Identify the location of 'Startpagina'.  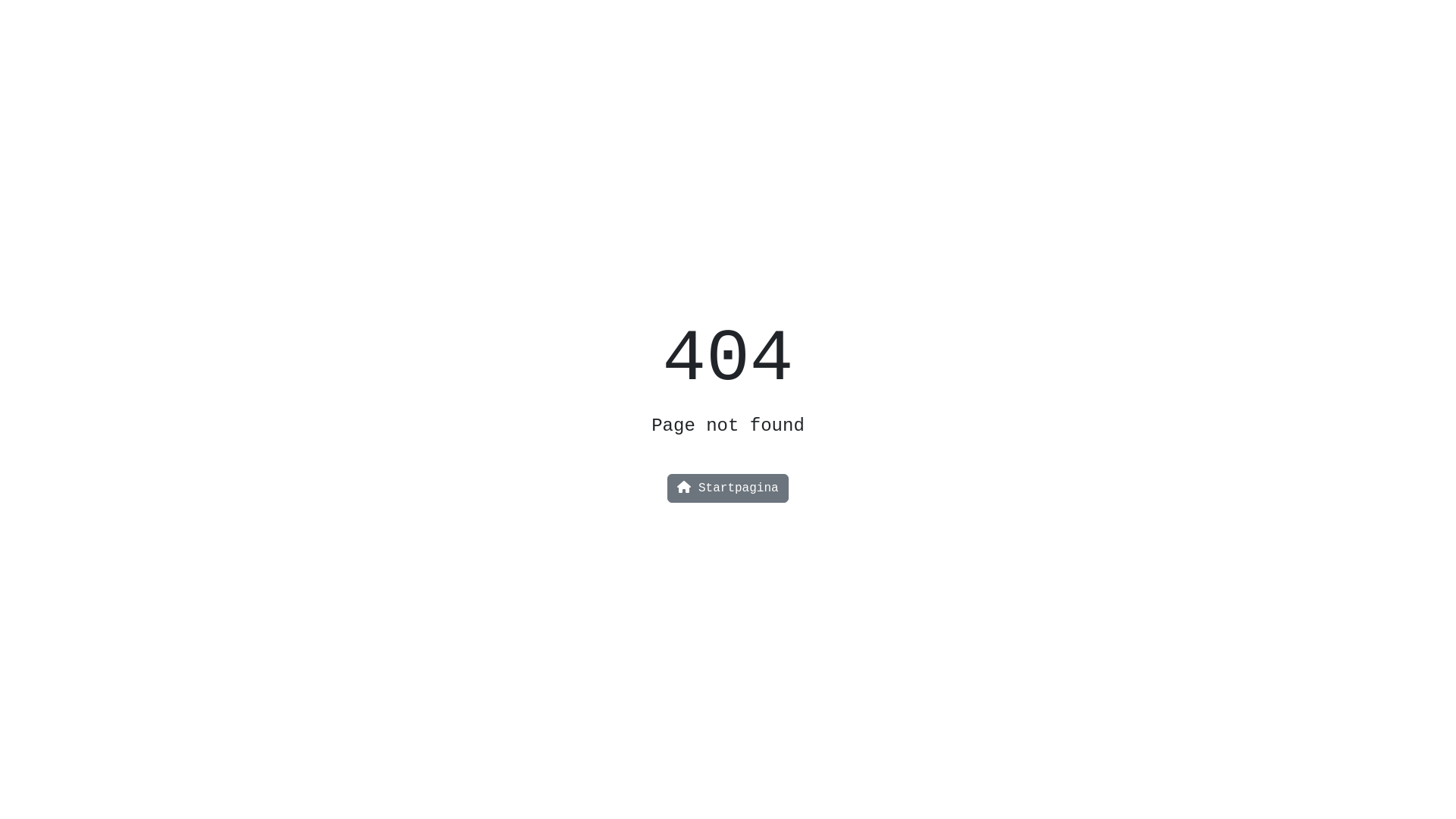
(726, 488).